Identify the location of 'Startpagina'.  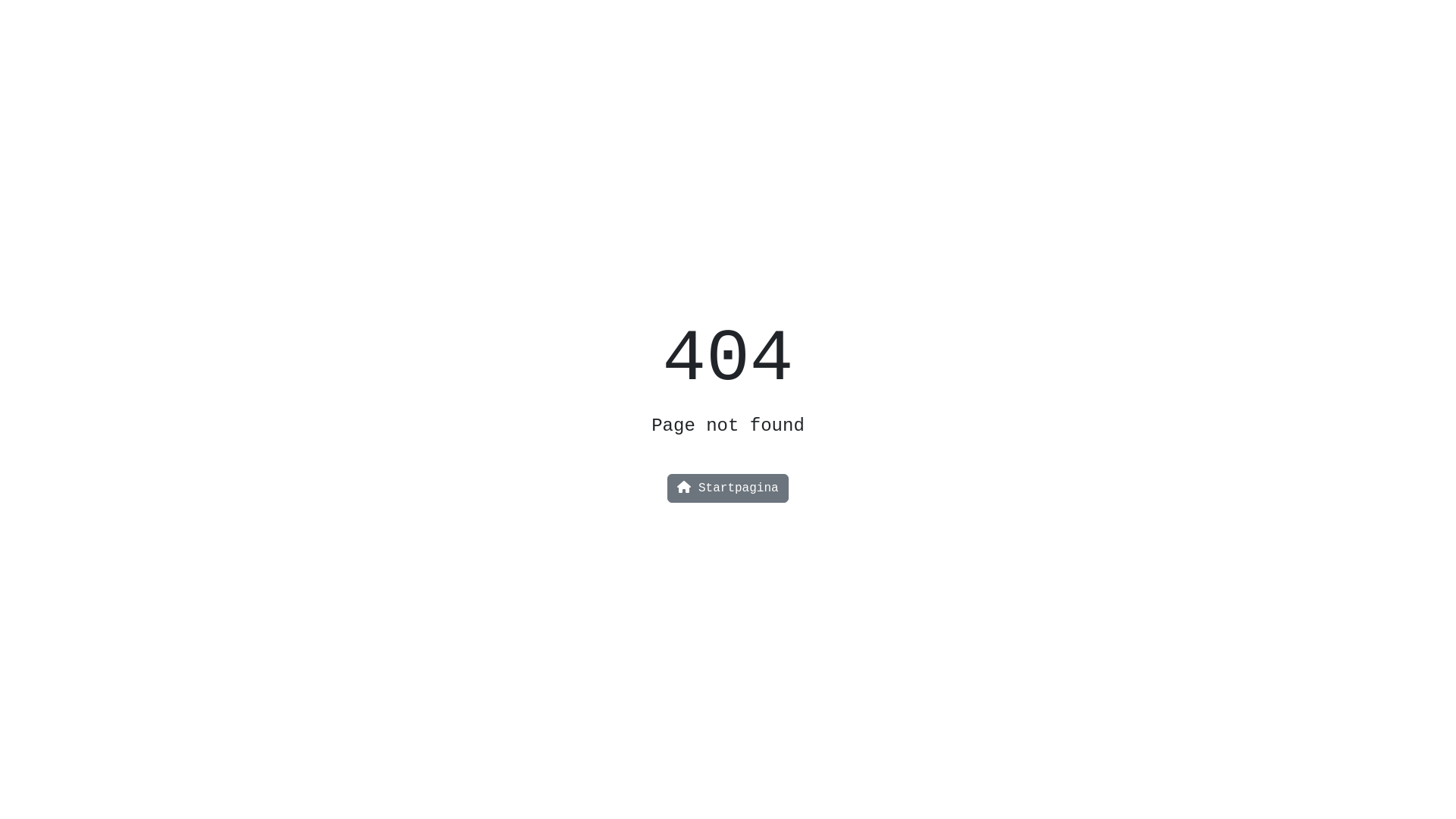
(726, 488).